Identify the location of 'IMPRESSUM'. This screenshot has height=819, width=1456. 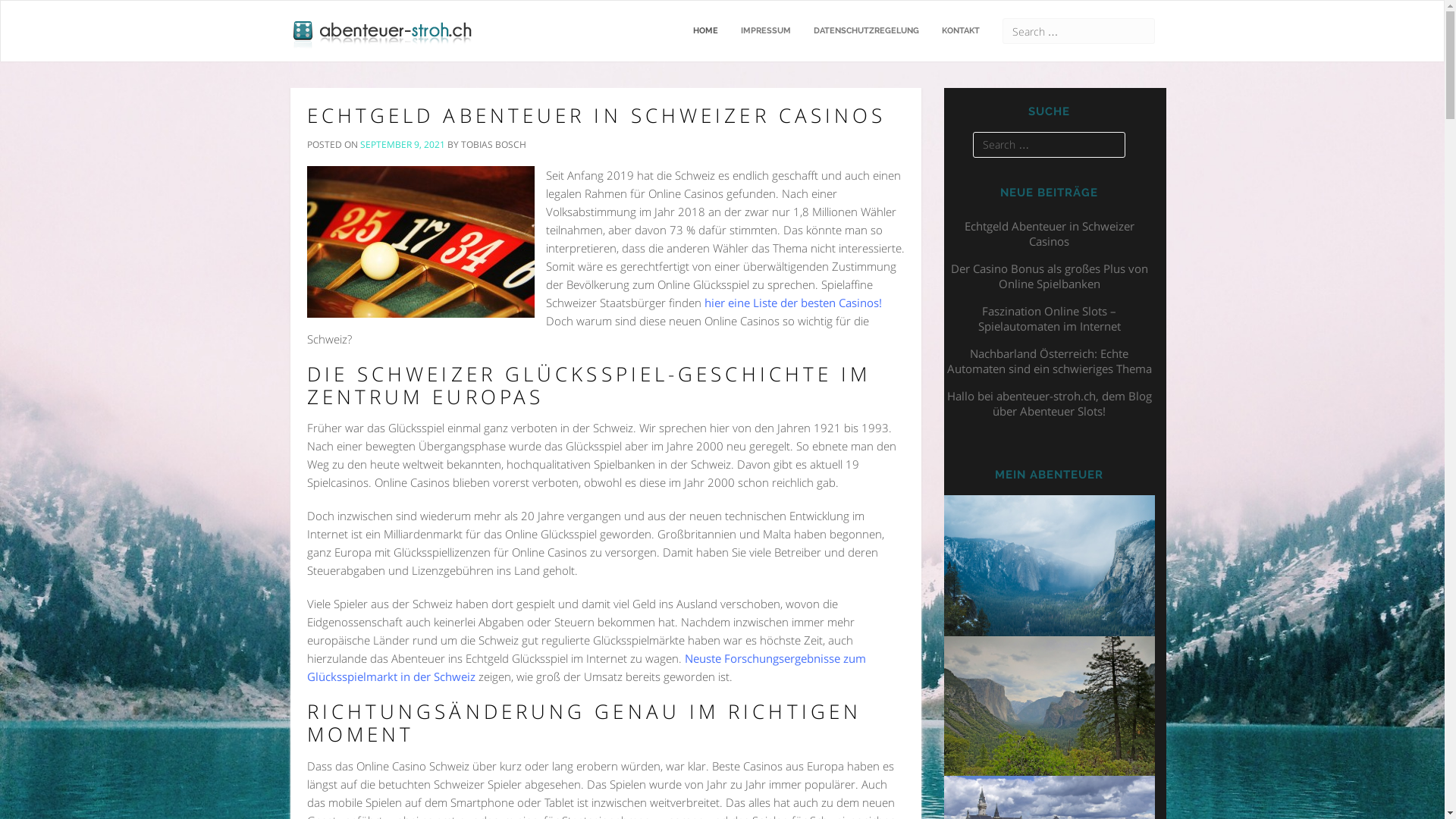
(765, 31).